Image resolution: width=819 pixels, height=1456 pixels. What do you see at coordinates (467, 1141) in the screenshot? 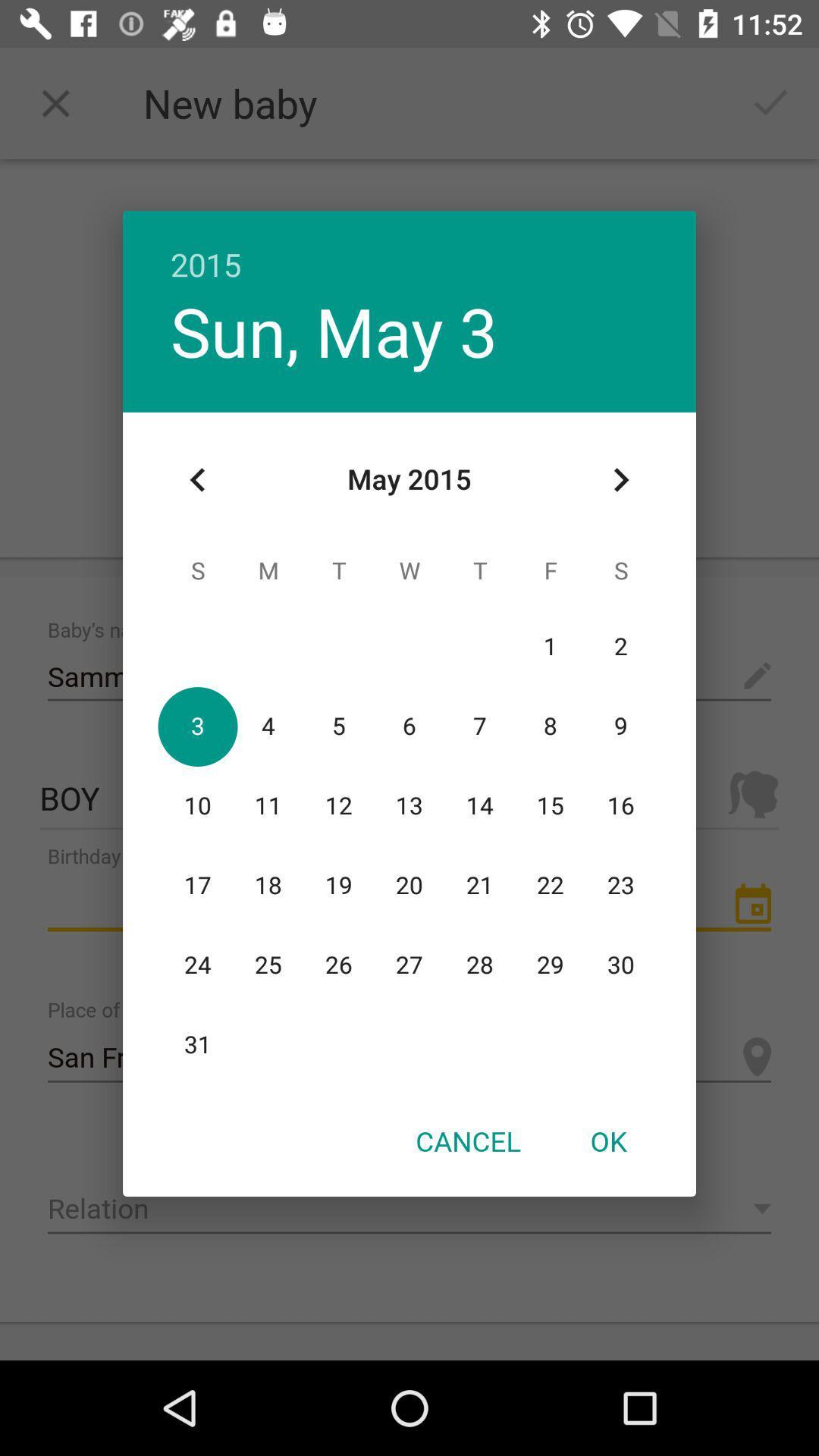
I see `the icon to the left of the ok icon` at bounding box center [467, 1141].